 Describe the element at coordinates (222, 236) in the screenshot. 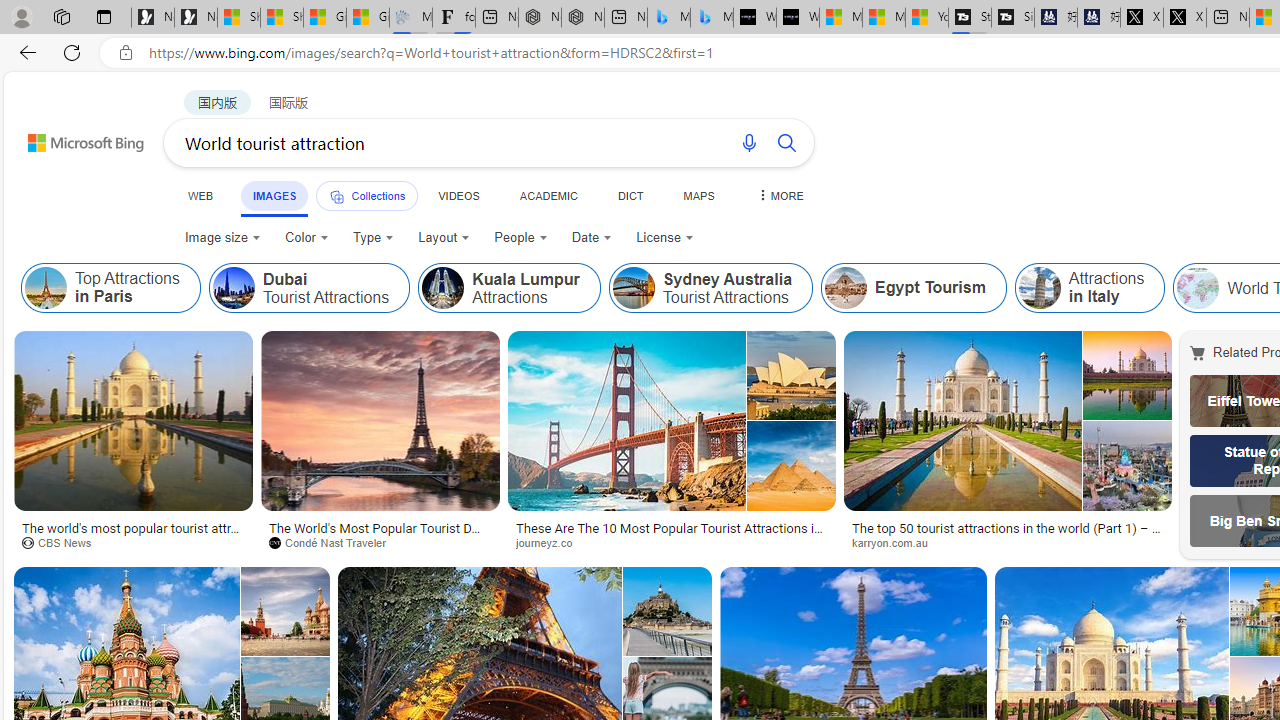

I see `'Image size'` at that location.